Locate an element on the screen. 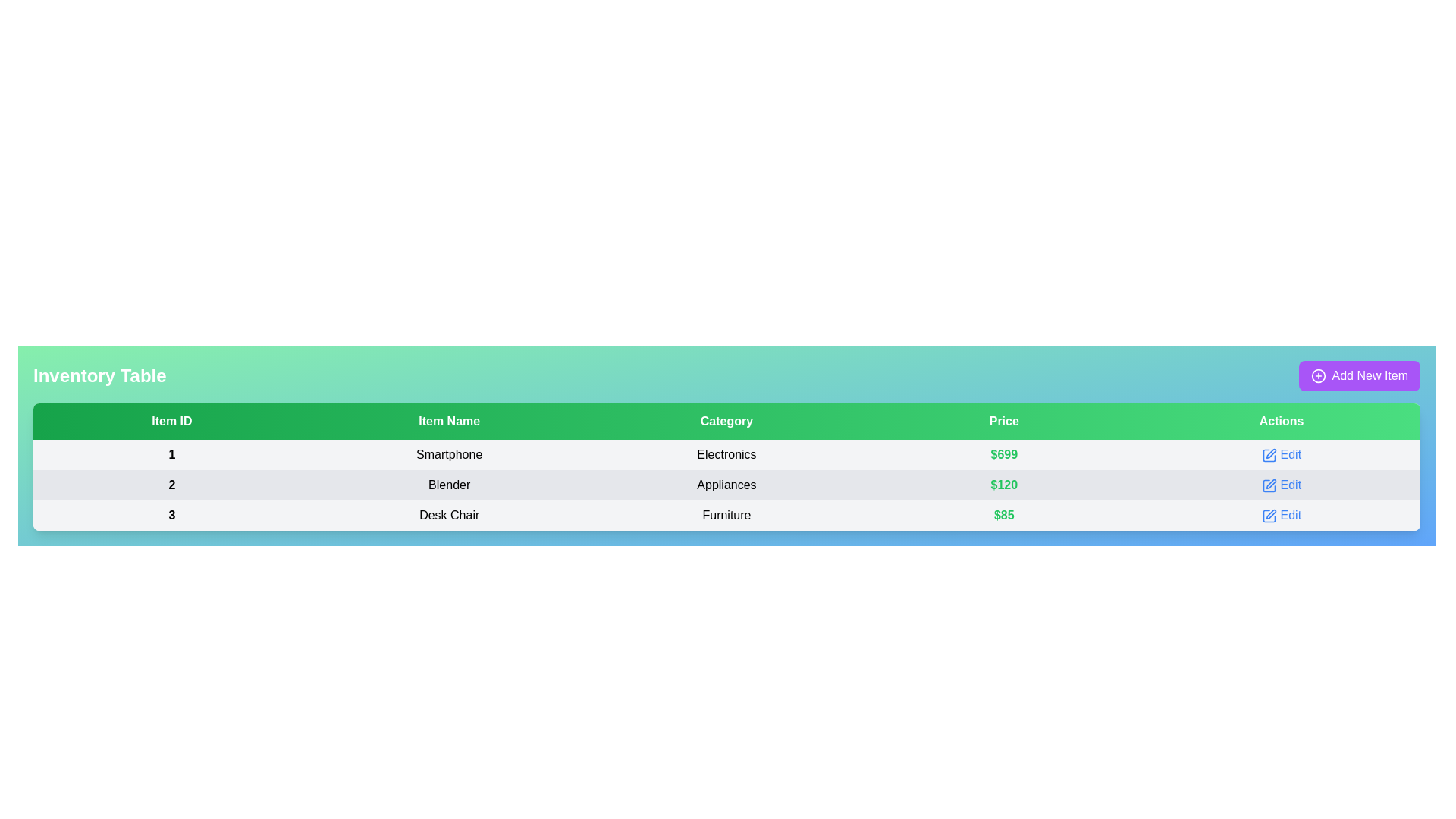 The width and height of the screenshot is (1456, 819). the 'Actions' text label, which is the fifth column header in the table indicating the actions for the respective rows below is located at coordinates (1281, 421).